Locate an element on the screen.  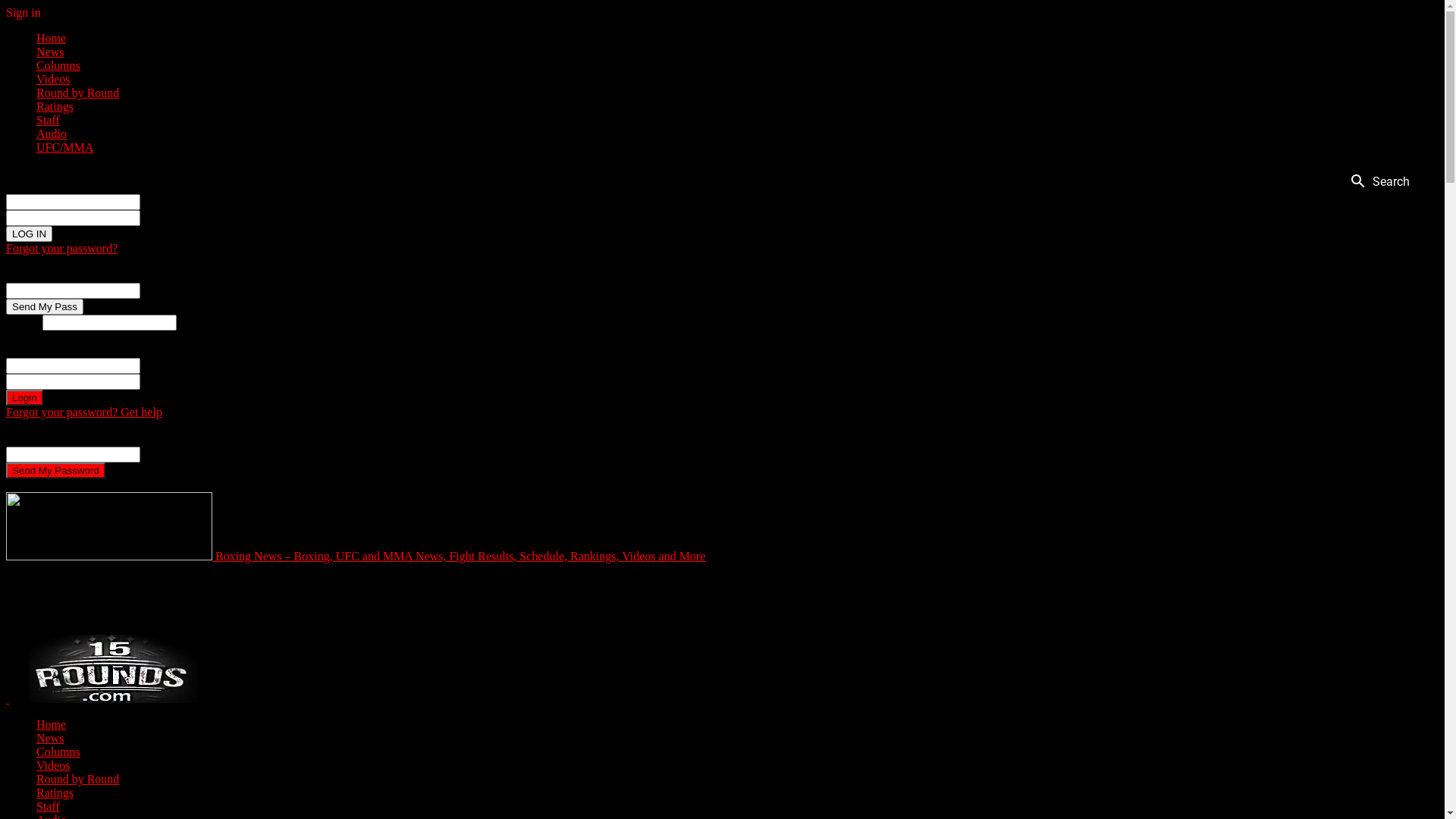
'News' is located at coordinates (50, 51).